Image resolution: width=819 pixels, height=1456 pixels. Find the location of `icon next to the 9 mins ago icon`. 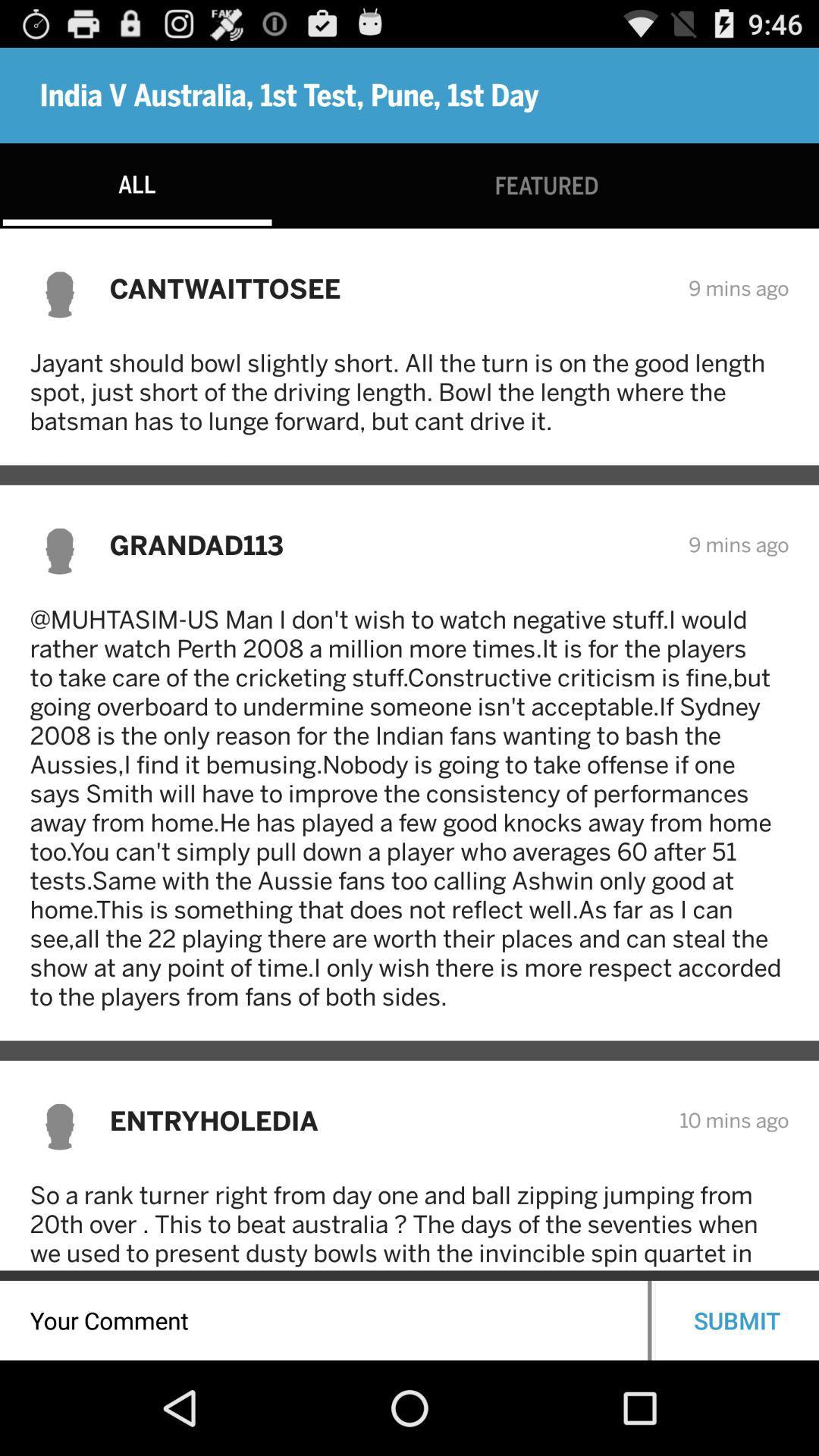

icon next to the 9 mins ago icon is located at coordinates (388, 288).